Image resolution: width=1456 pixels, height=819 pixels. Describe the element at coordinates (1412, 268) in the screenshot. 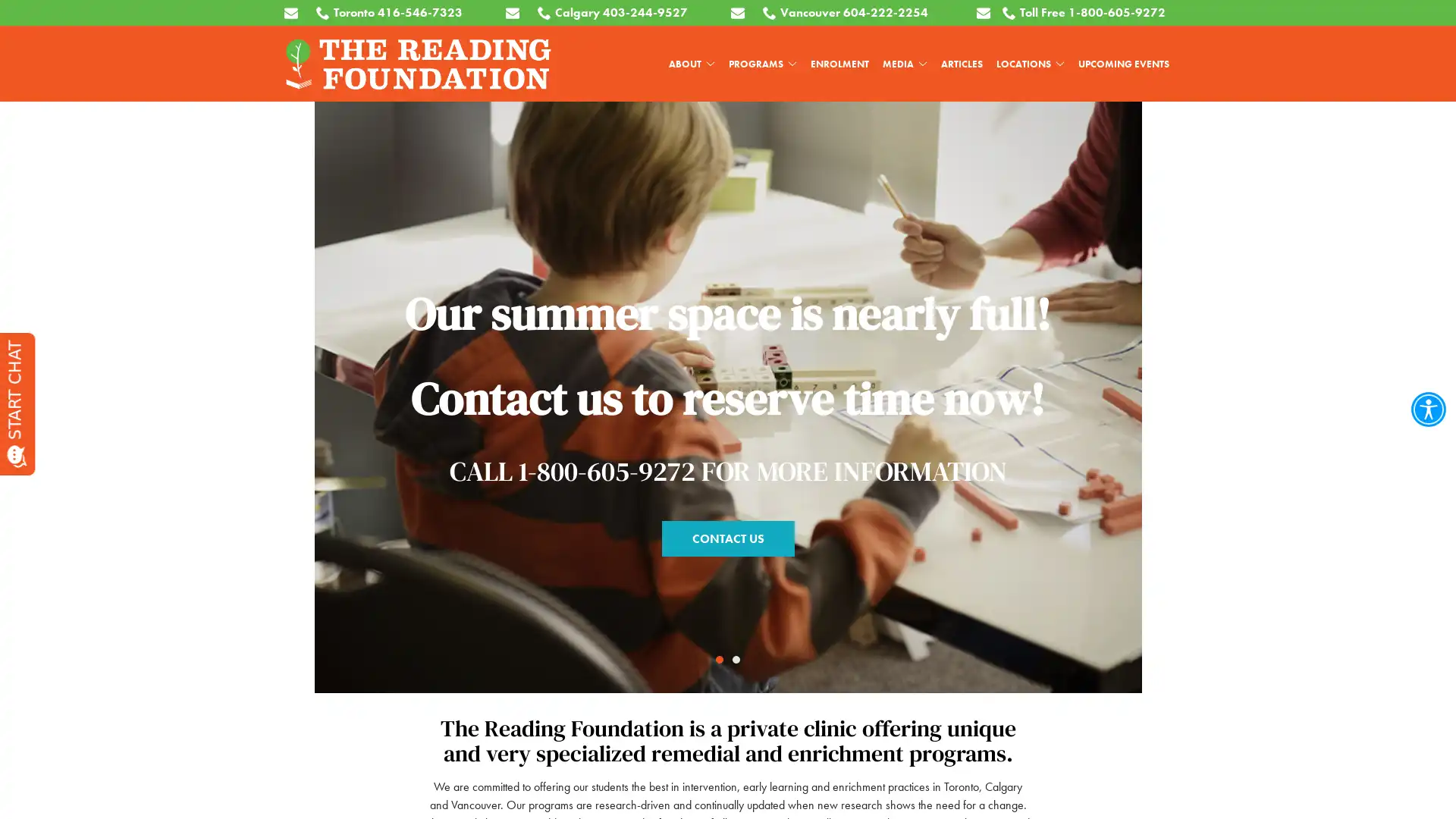

I see `Next` at that location.